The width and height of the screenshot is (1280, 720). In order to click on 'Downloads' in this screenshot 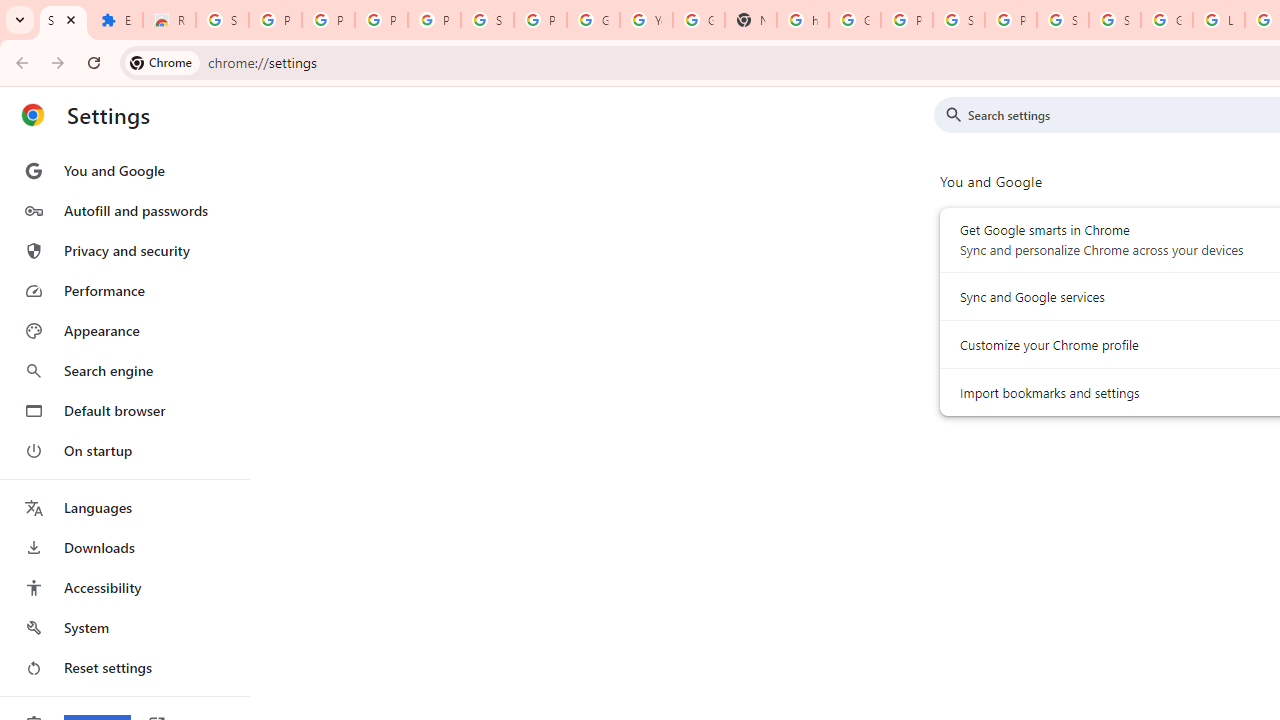, I will do `click(123, 547)`.